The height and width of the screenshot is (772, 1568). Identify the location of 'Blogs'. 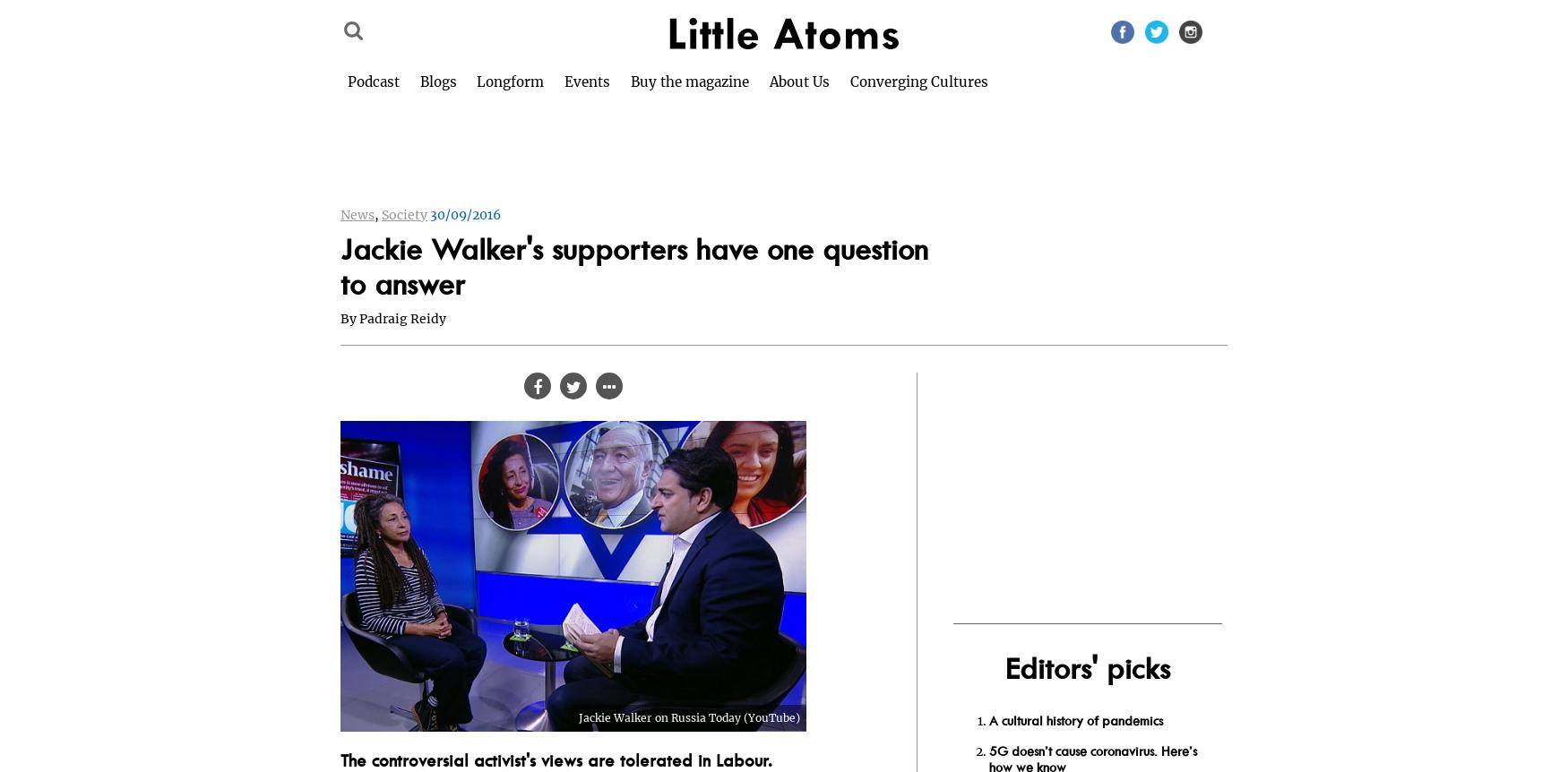
(452, 81).